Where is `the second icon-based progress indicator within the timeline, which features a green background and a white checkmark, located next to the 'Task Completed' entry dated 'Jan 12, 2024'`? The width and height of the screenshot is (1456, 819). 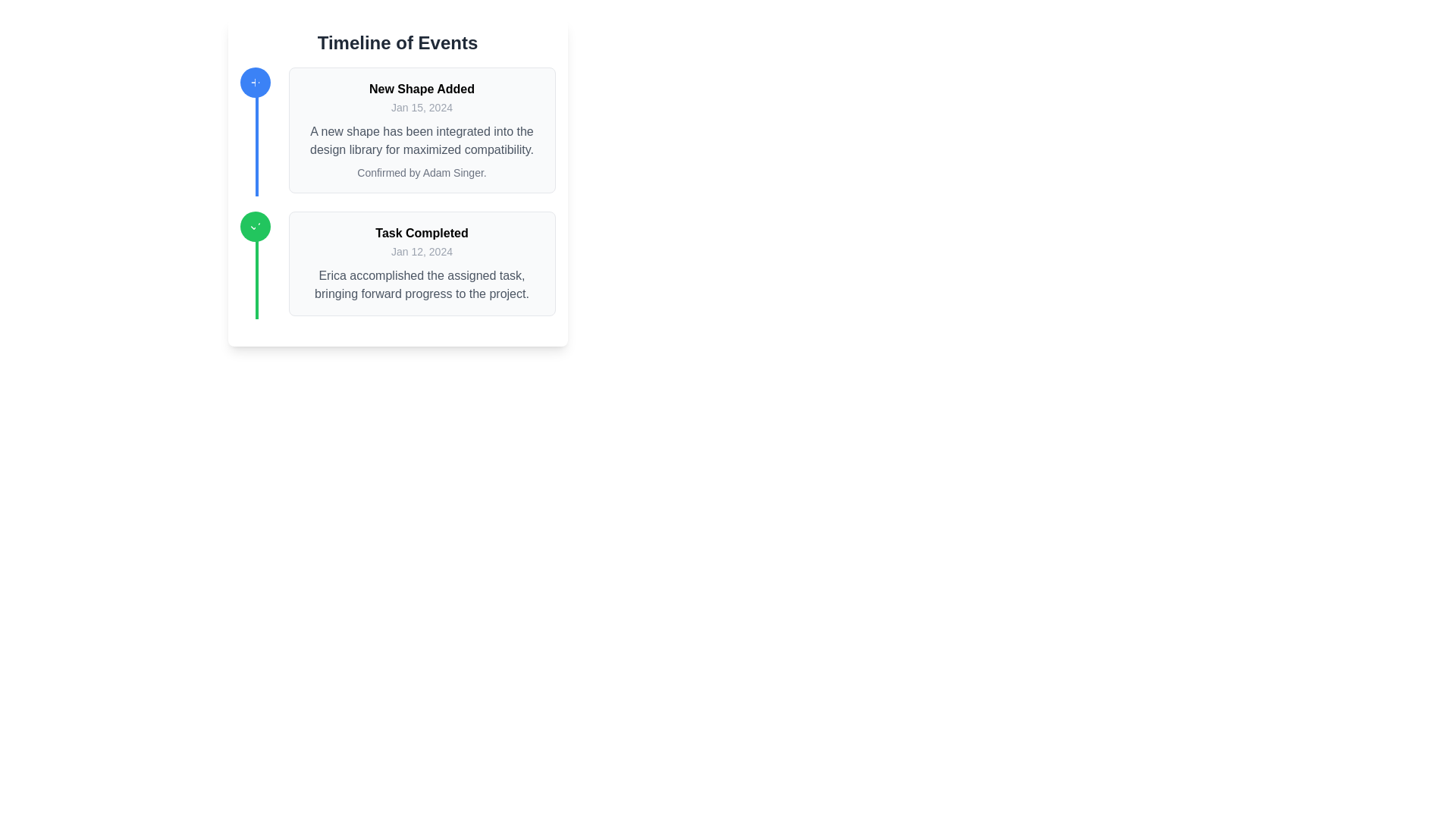 the second icon-based progress indicator within the timeline, which features a green background and a white checkmark, located next to the 'Task Completed' entry dated 'Jan 12, 2024' is located at coordinates (255, 227).